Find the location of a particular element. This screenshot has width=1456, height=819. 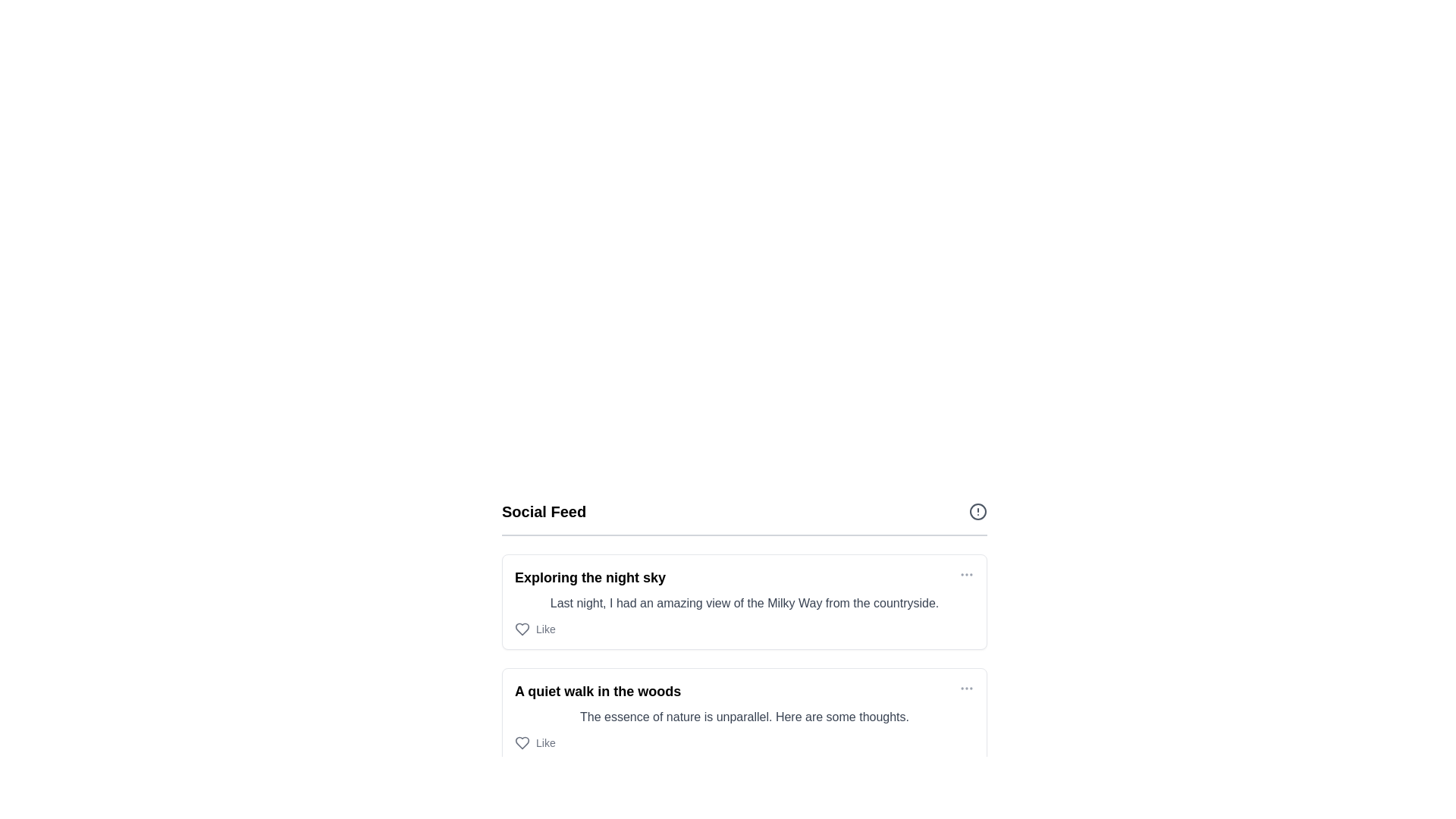

the circular SVG shape alert icon located at the top-right corner of the 'Social Feed' section, which has a gray stroke and a hollow center is located at coordinates (978, 512).